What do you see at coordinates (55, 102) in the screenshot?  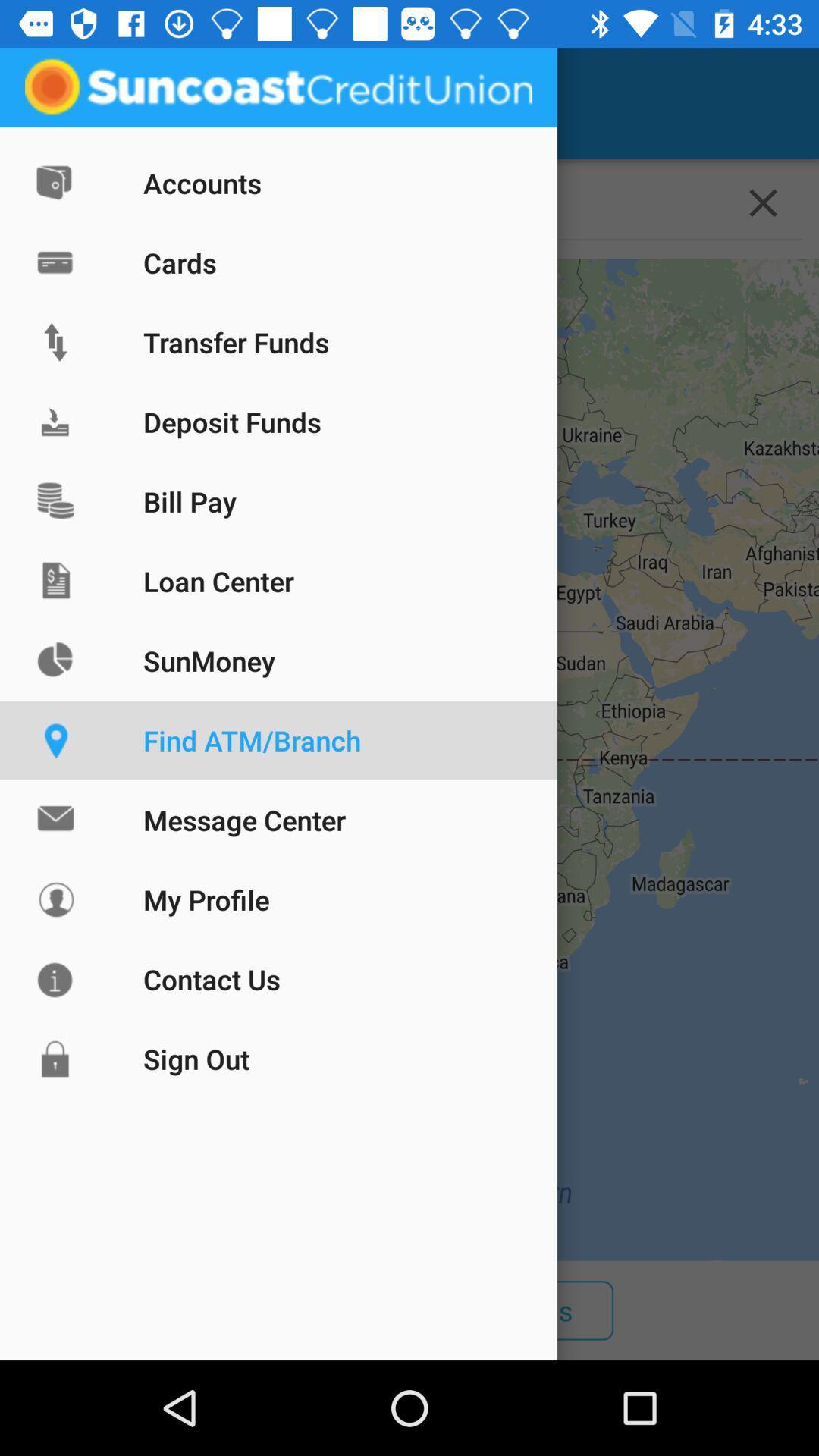 I see `icon above 10212 icon` at bounding box center [55, 102].